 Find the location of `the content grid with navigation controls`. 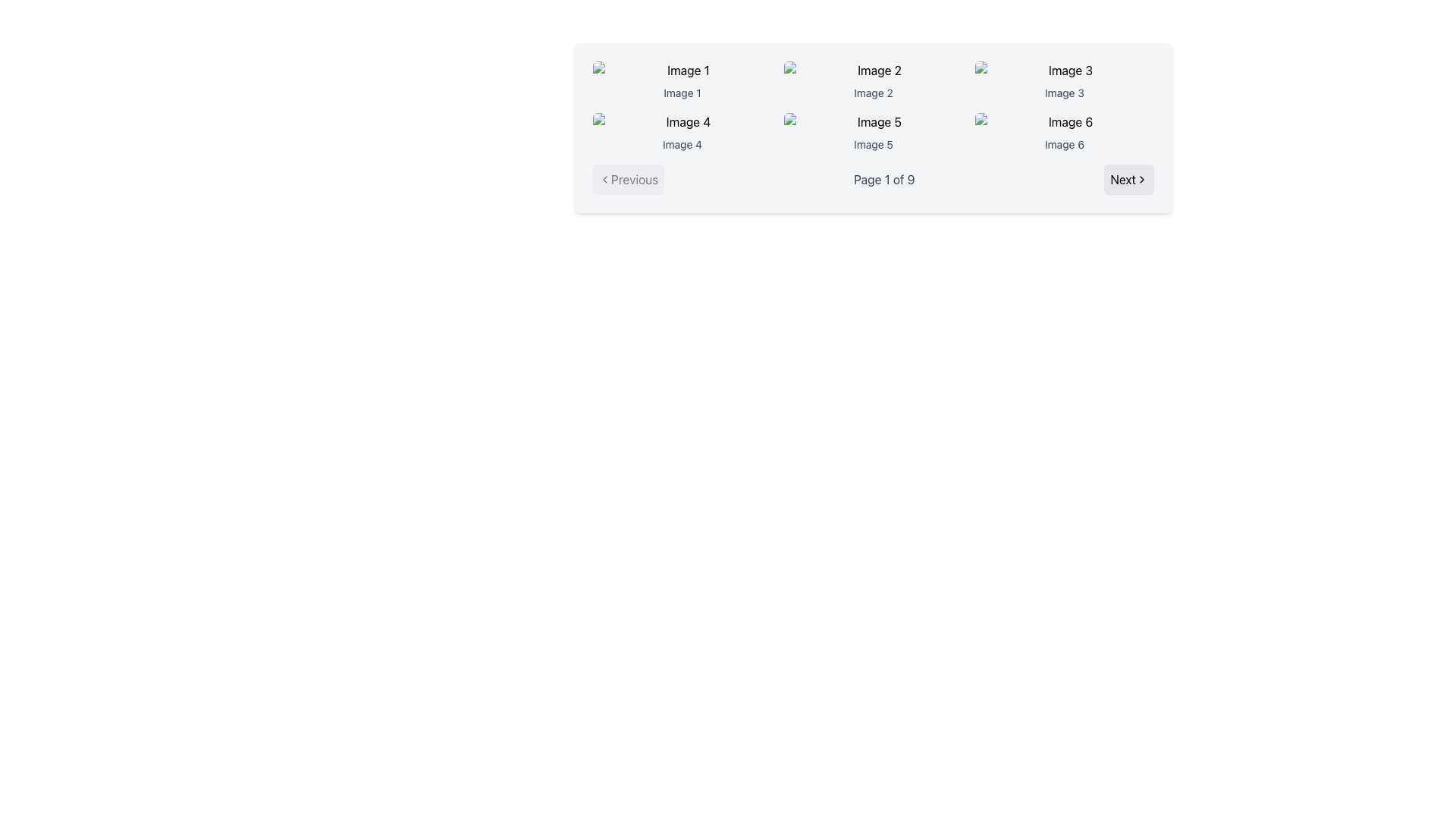

the content grid with navigation controls is located at coordinates (874, 127).